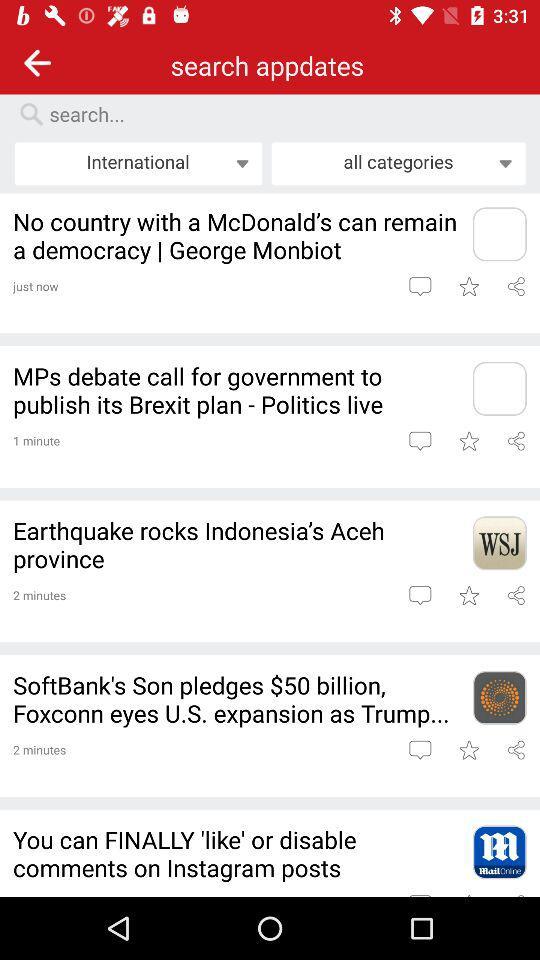 The image size is (540, 960). I want to click on share button, so click(516, 595).